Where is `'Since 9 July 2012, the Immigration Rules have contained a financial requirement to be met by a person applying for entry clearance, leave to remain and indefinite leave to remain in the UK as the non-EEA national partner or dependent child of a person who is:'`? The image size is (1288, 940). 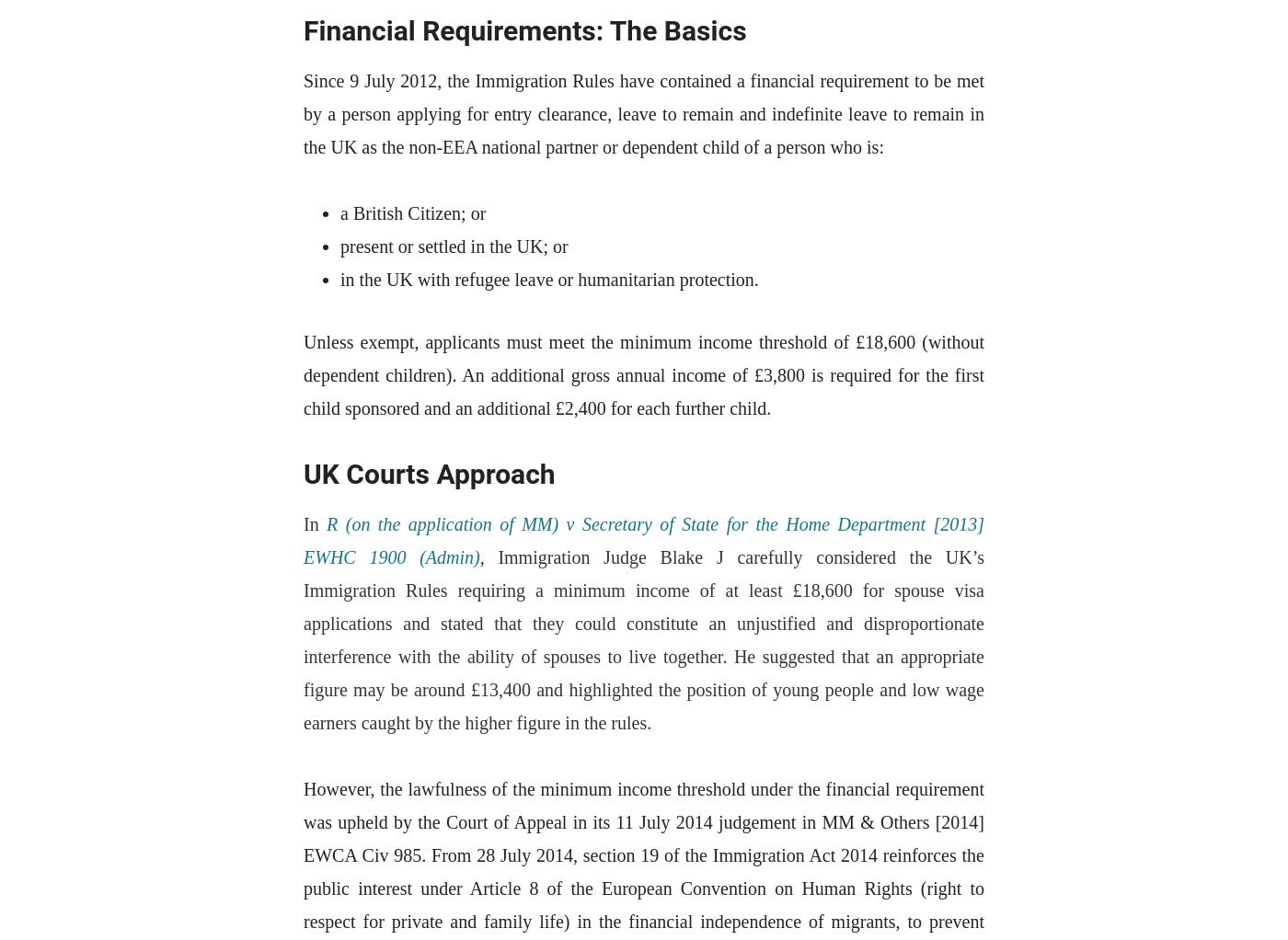 'Since 9 July 2012, the Immigration Rules have contained a financial requirement to be met by a person applying for entry clearance, leave to remain and indefinite leave to remain in the UK as the non-EEA national partner or dependent child of a person who is:' is located at coordinates (644, 113).